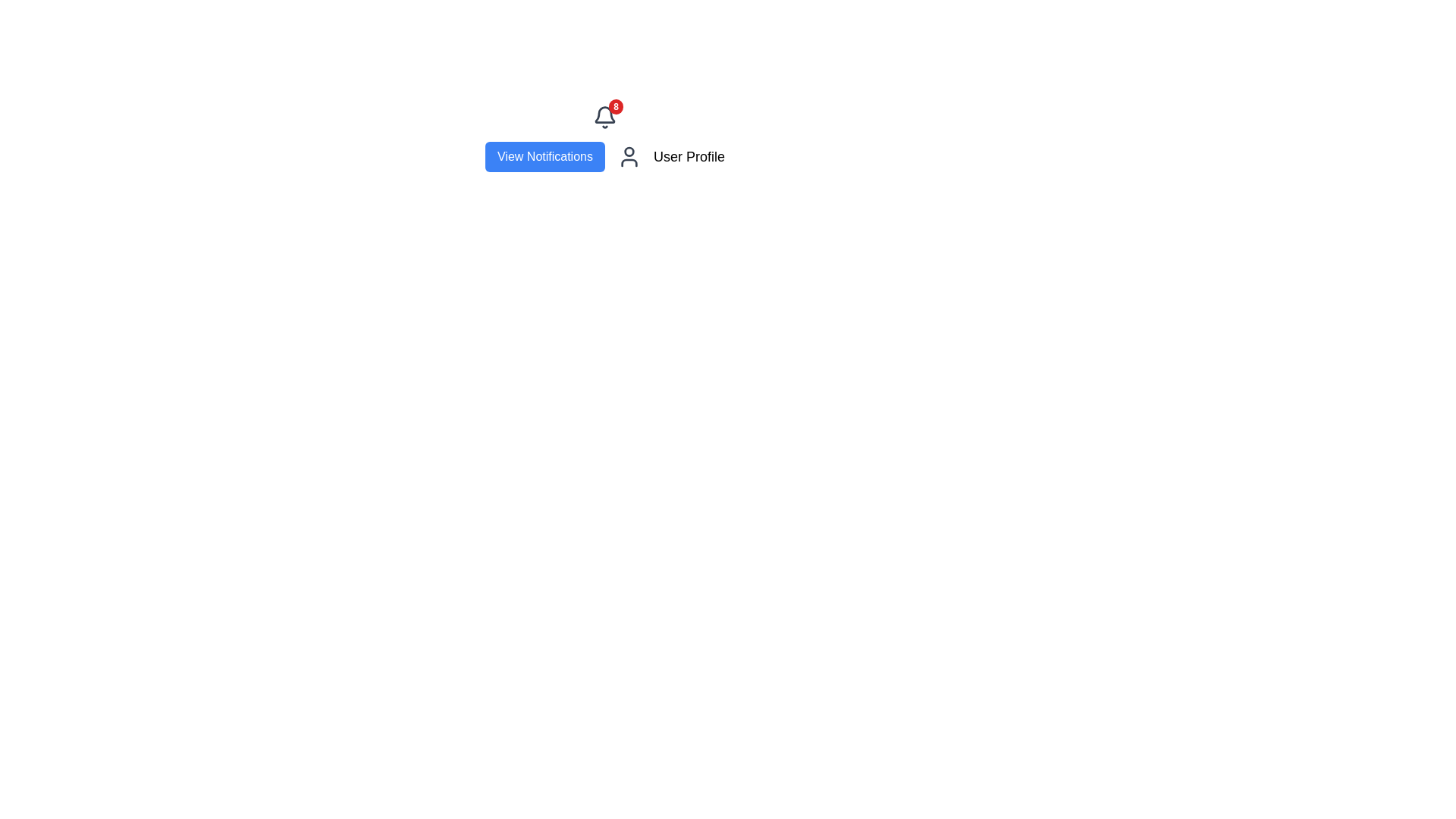  Describe the element at coordinates (604, 157) in the screenshot. I see `the 'View Notifications' button within the grouped UI element that also includes an icon and a textual label for user profile access` at that location.